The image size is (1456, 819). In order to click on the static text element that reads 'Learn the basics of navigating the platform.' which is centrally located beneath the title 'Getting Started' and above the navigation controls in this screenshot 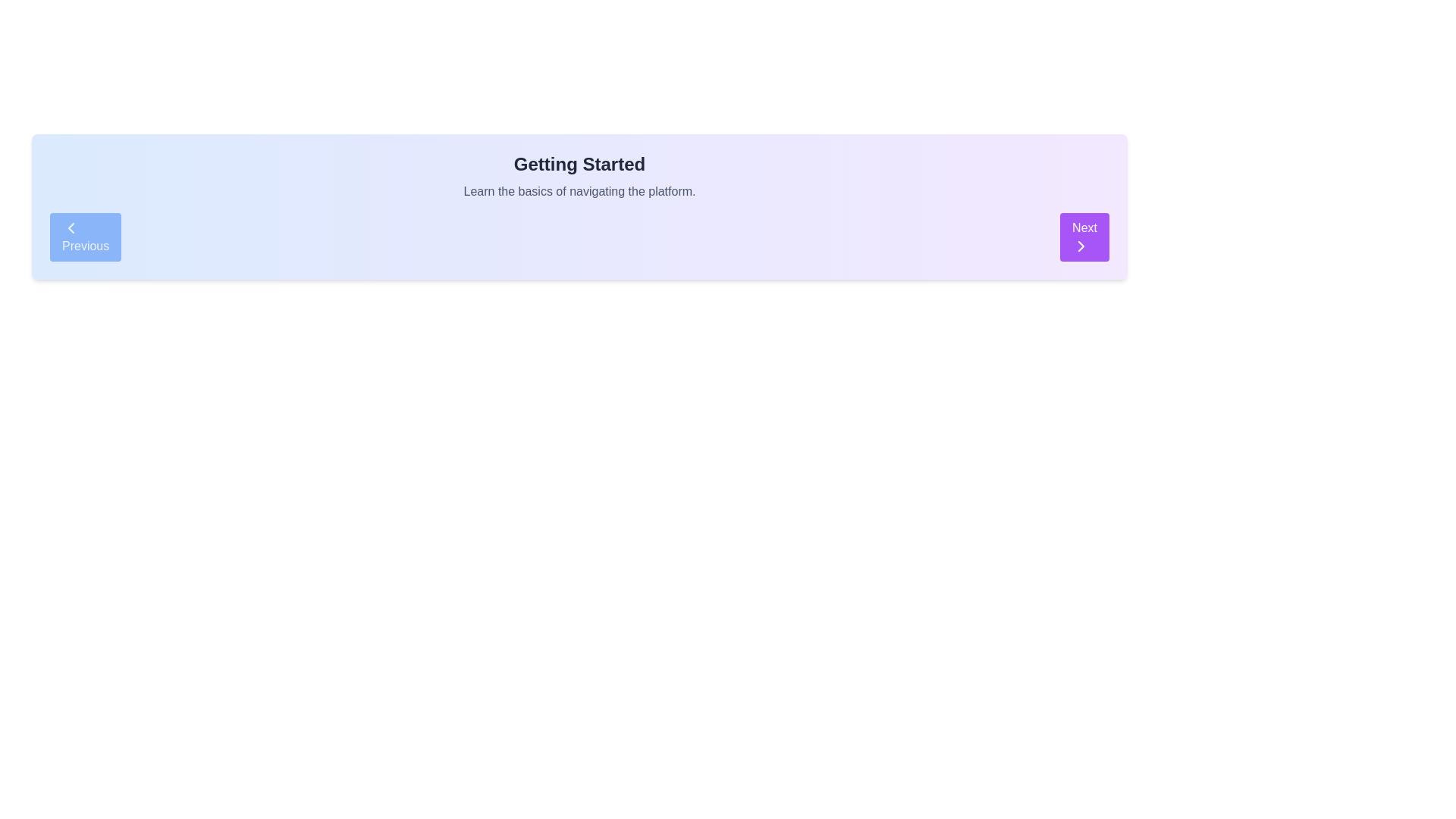, I will do `click(579, 191)`.